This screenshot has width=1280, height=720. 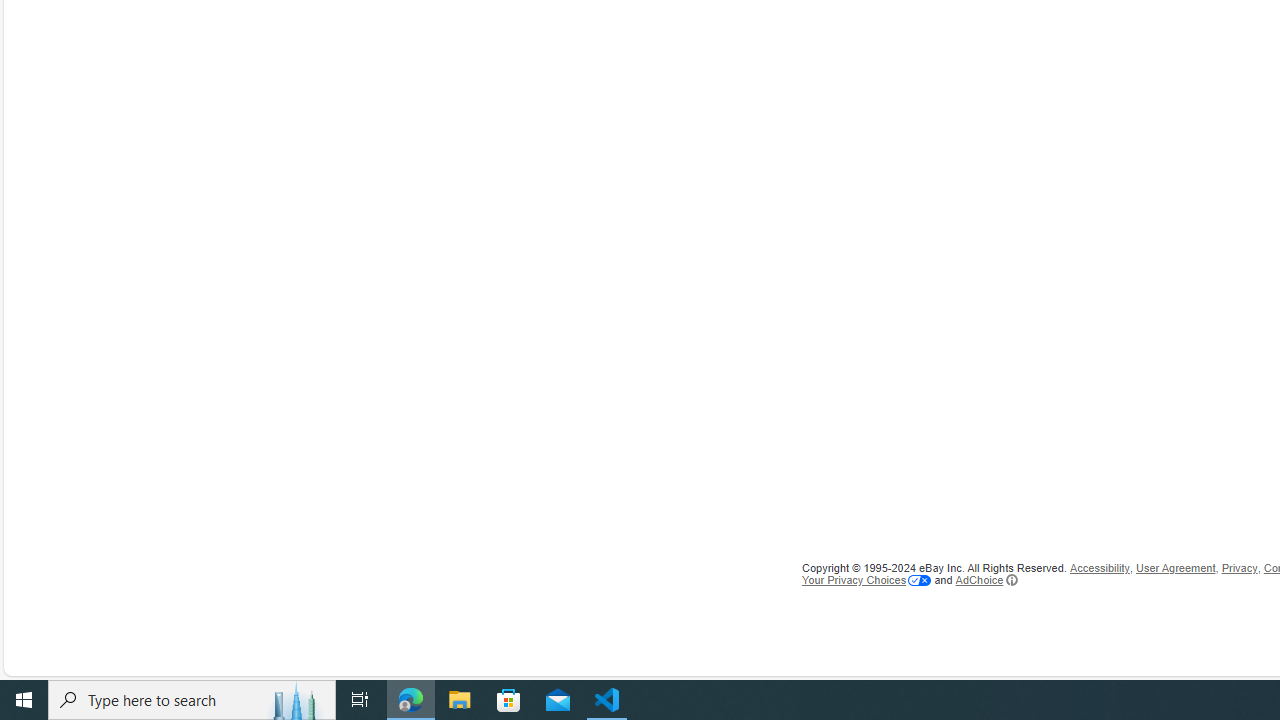 What do you see at coordinates (1176, 568) in the screenshot?
I see `'User Agreement'` at bounding box center [1176, 568].